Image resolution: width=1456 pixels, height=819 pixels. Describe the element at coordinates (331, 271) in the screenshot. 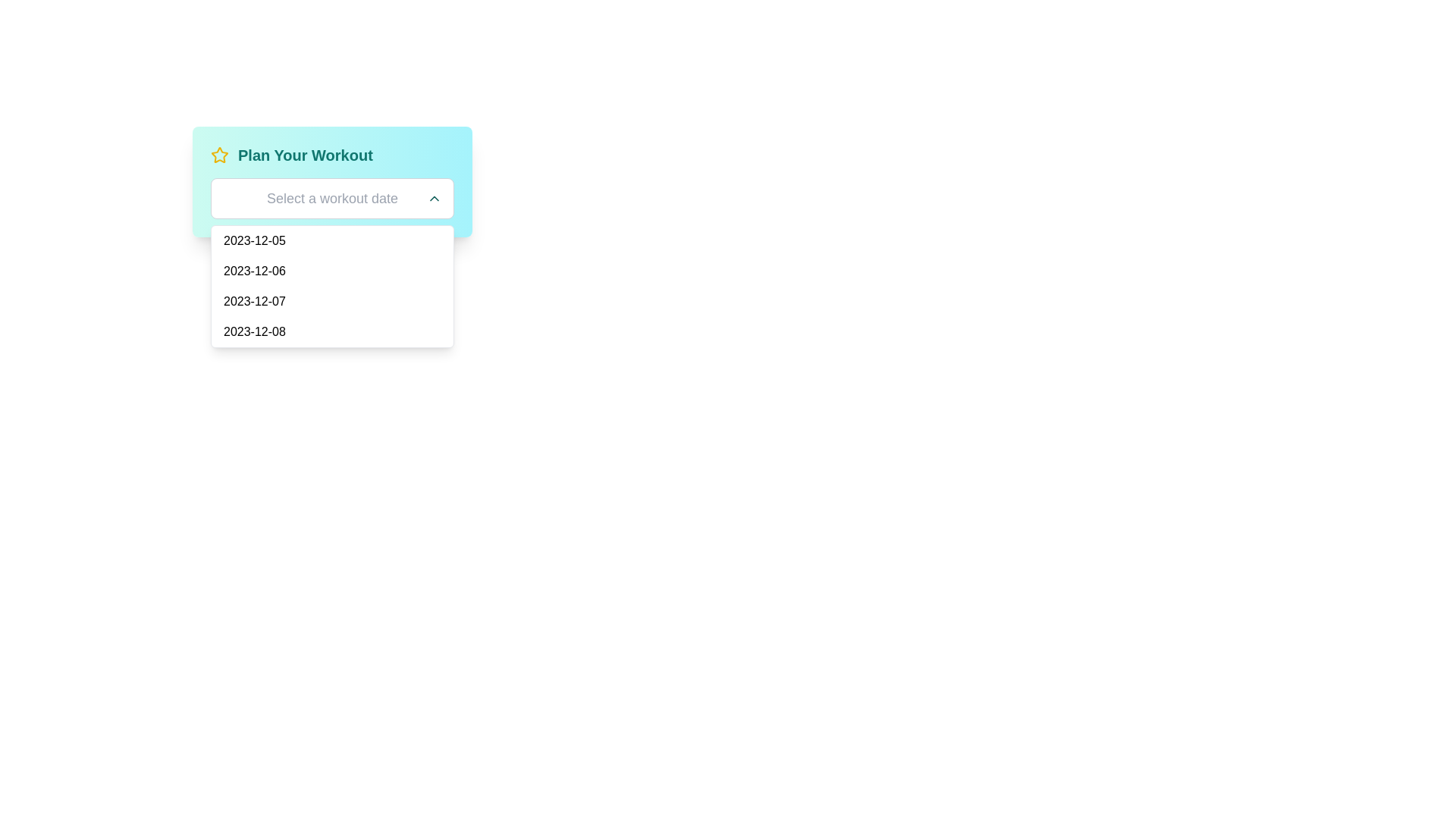

I see `the date '2023-12-06' in the dropdown menu` at that location.